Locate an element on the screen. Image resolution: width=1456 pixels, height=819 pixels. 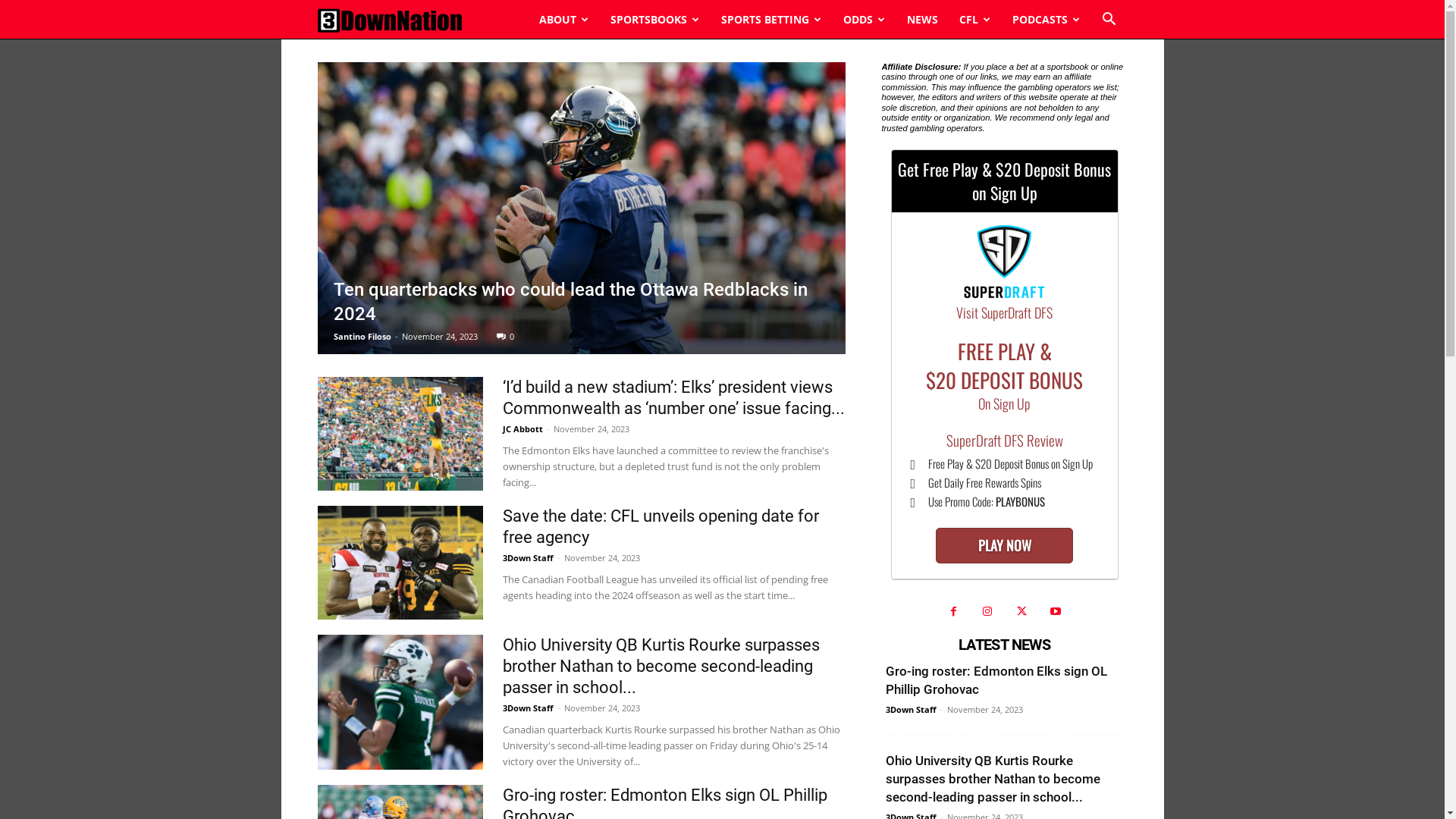
'ABOUT' is located at coordinates (563, 20).